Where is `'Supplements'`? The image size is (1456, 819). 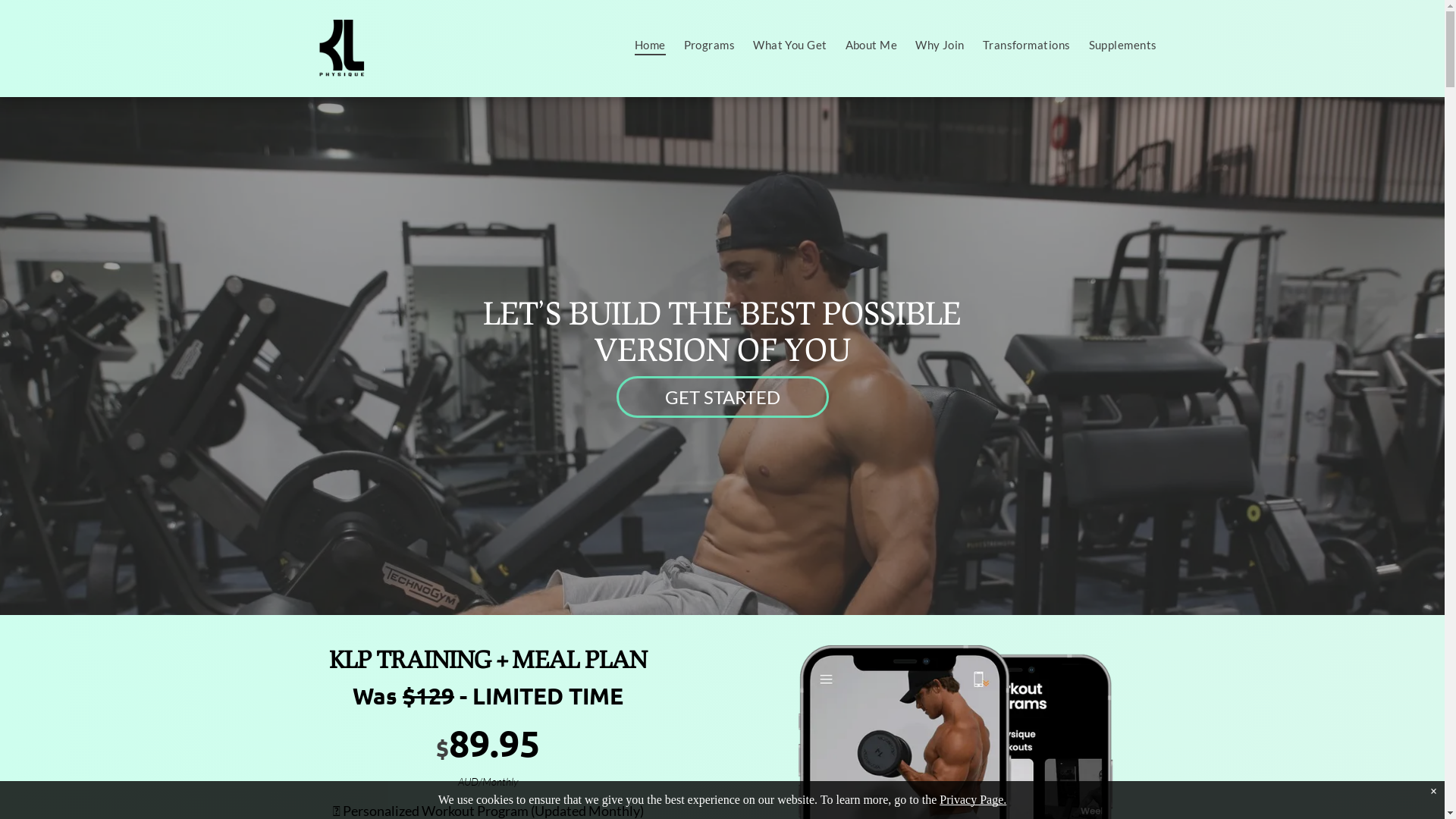 'Supplements' is located at coordinates (1079, 43).